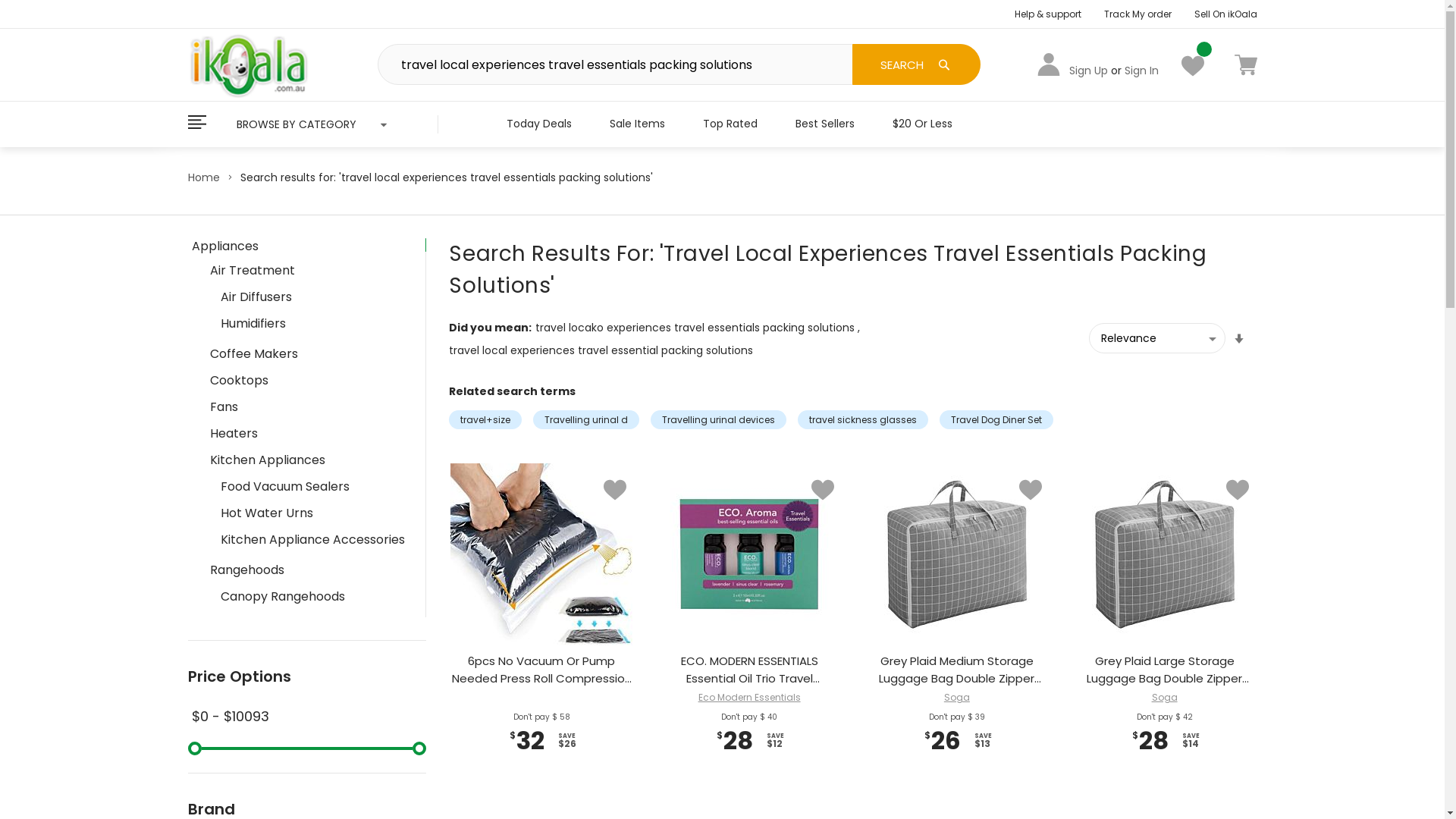 This screenshot has height=819, width=1456. Describe the element at coordinates (312, 595) in the screenshot. I see `'Canopy Rangehoods'` at that location.